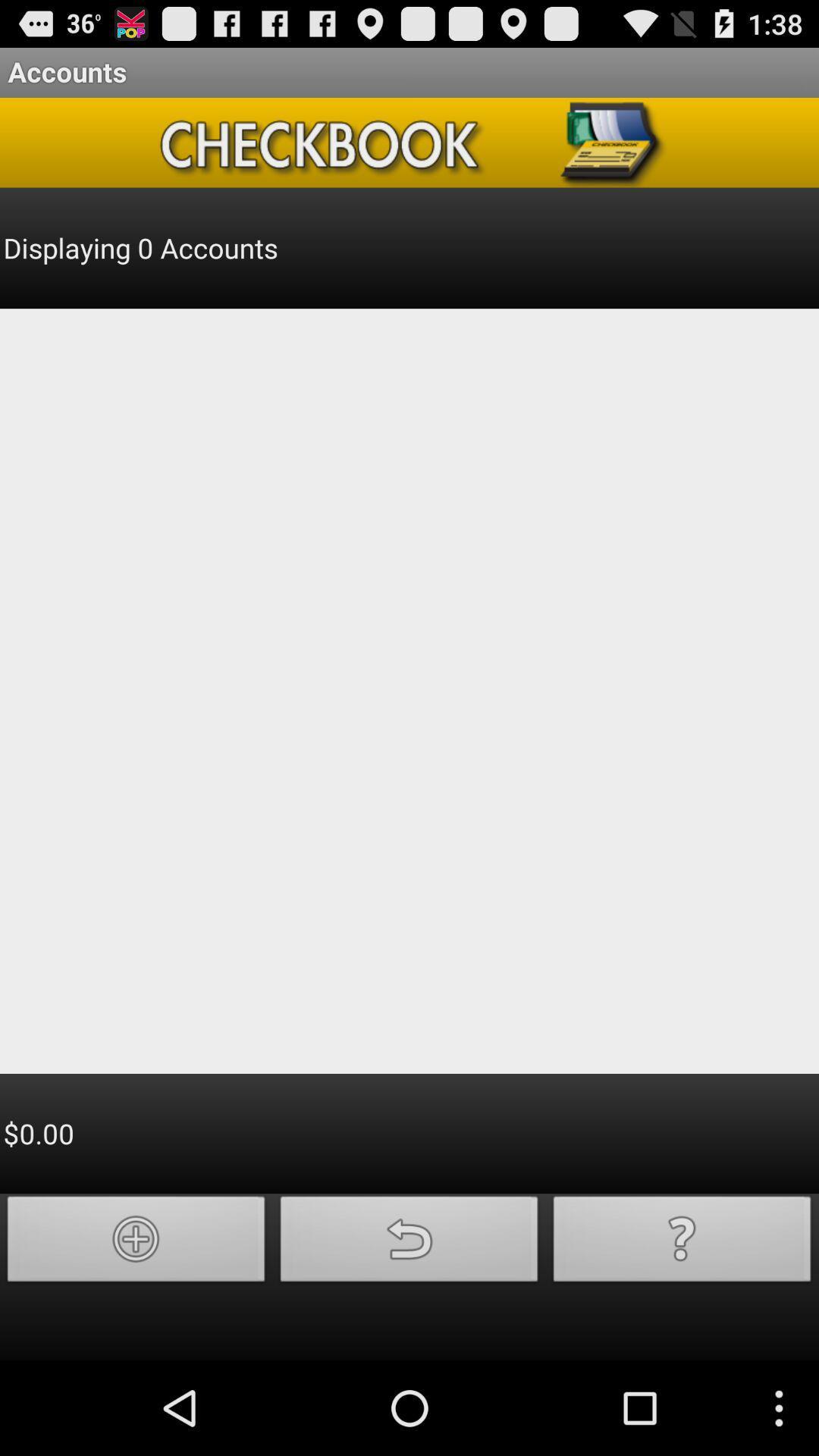  I want to click on the add icon, so click(136, 1330).